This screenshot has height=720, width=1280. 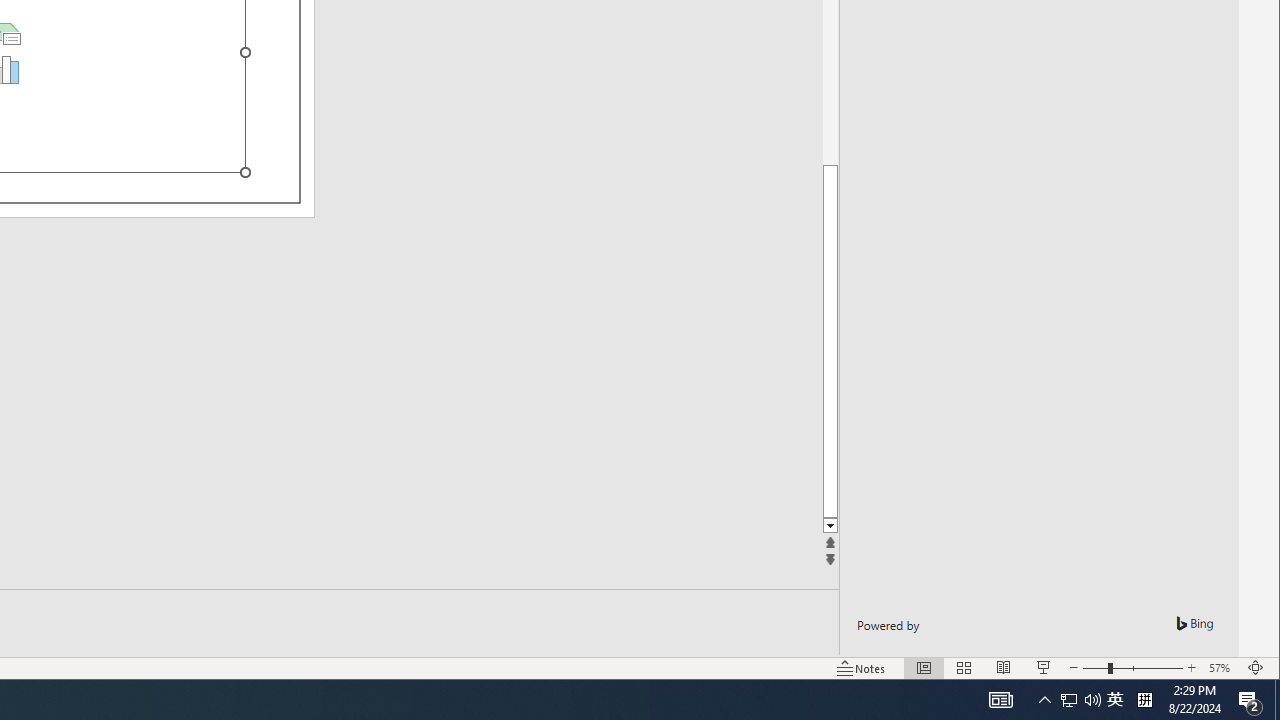 What do you see at coordinates (1221, 668) in the screenshot?
I see `'Zoom 57%'` at bounding box center [1221, 668].